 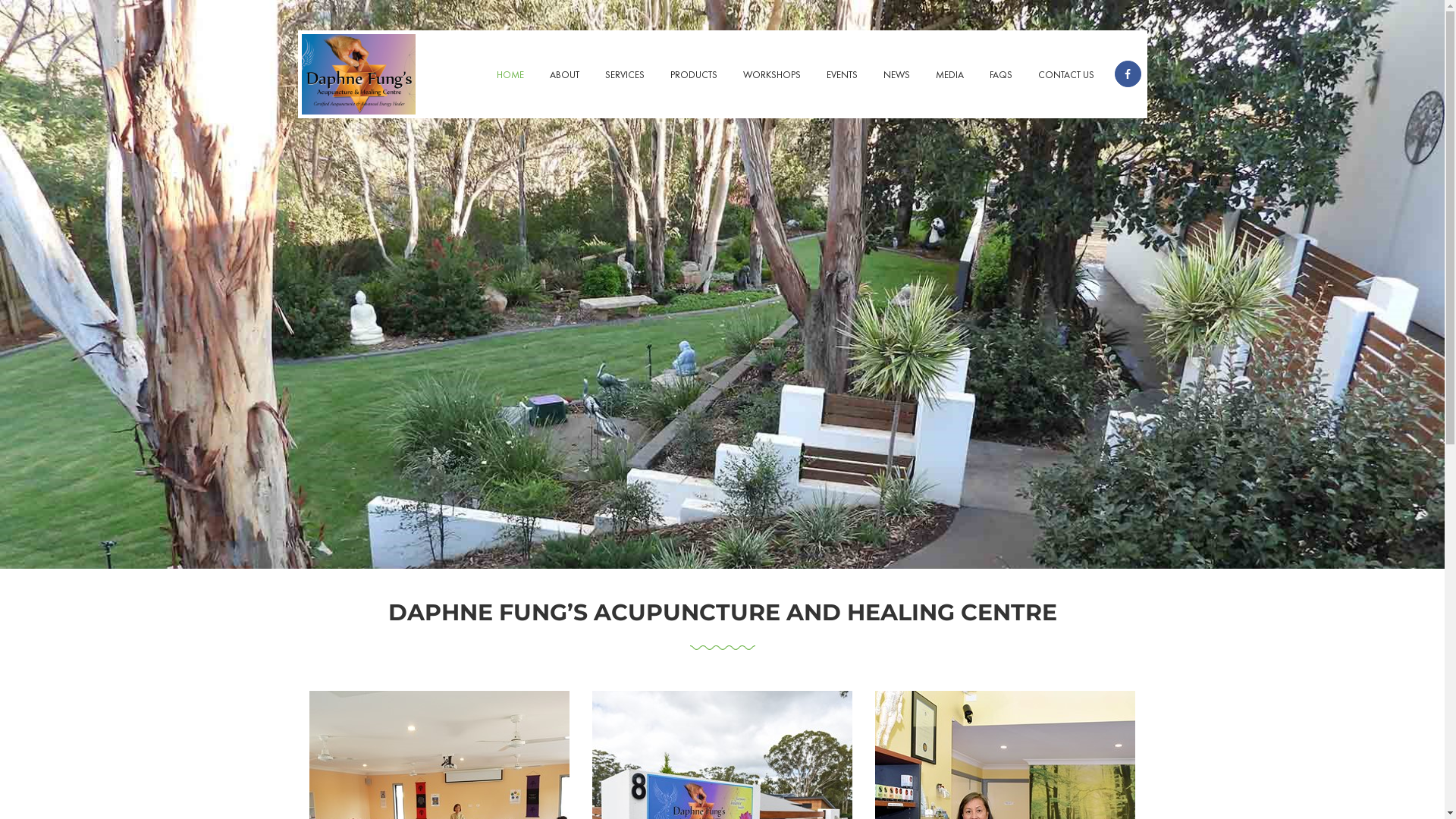 I want to click on 'FAQS', so click(x=1001, y=76).